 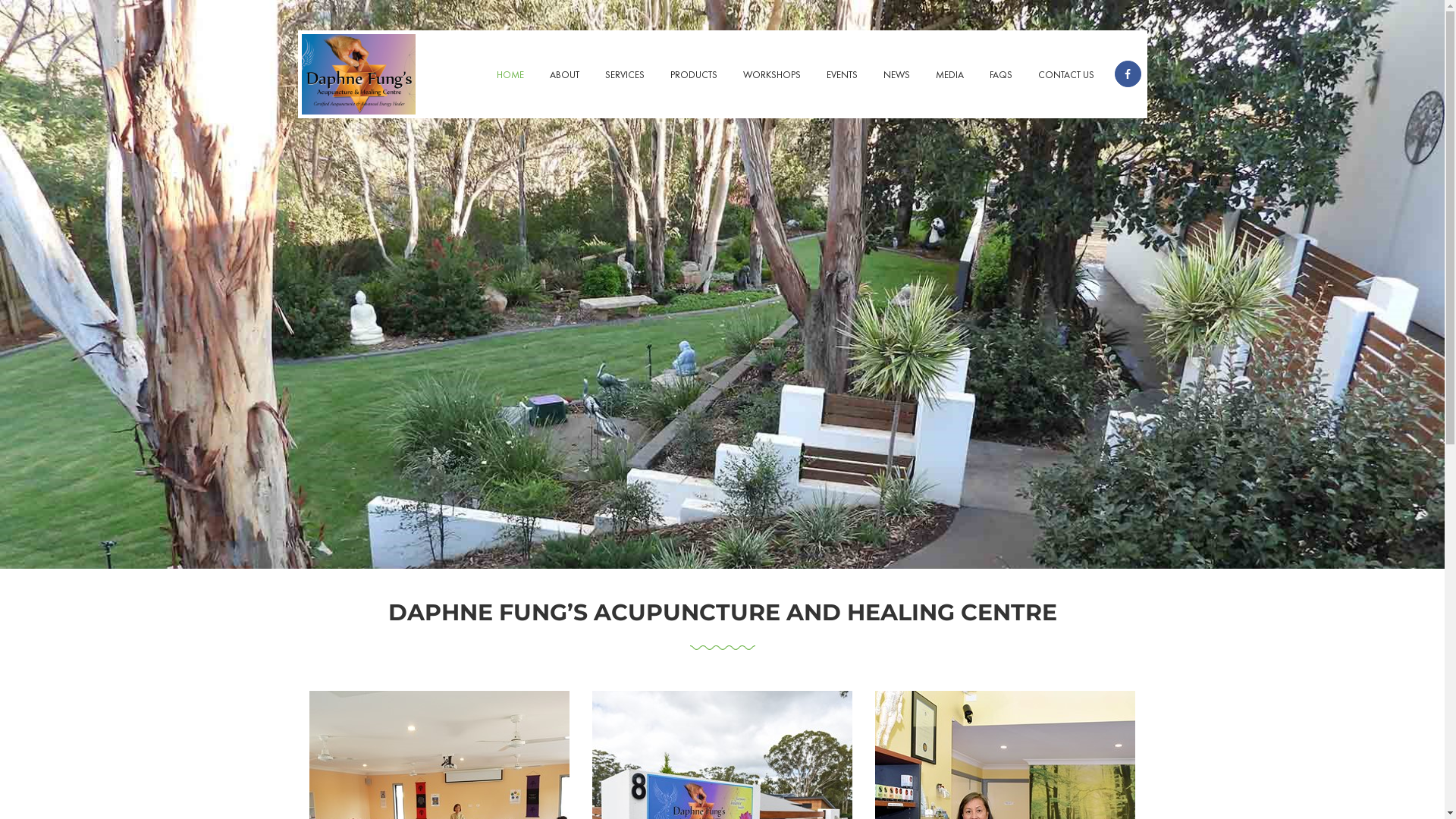 I want to click on 'FAQS', so click(x=1001, y=76).